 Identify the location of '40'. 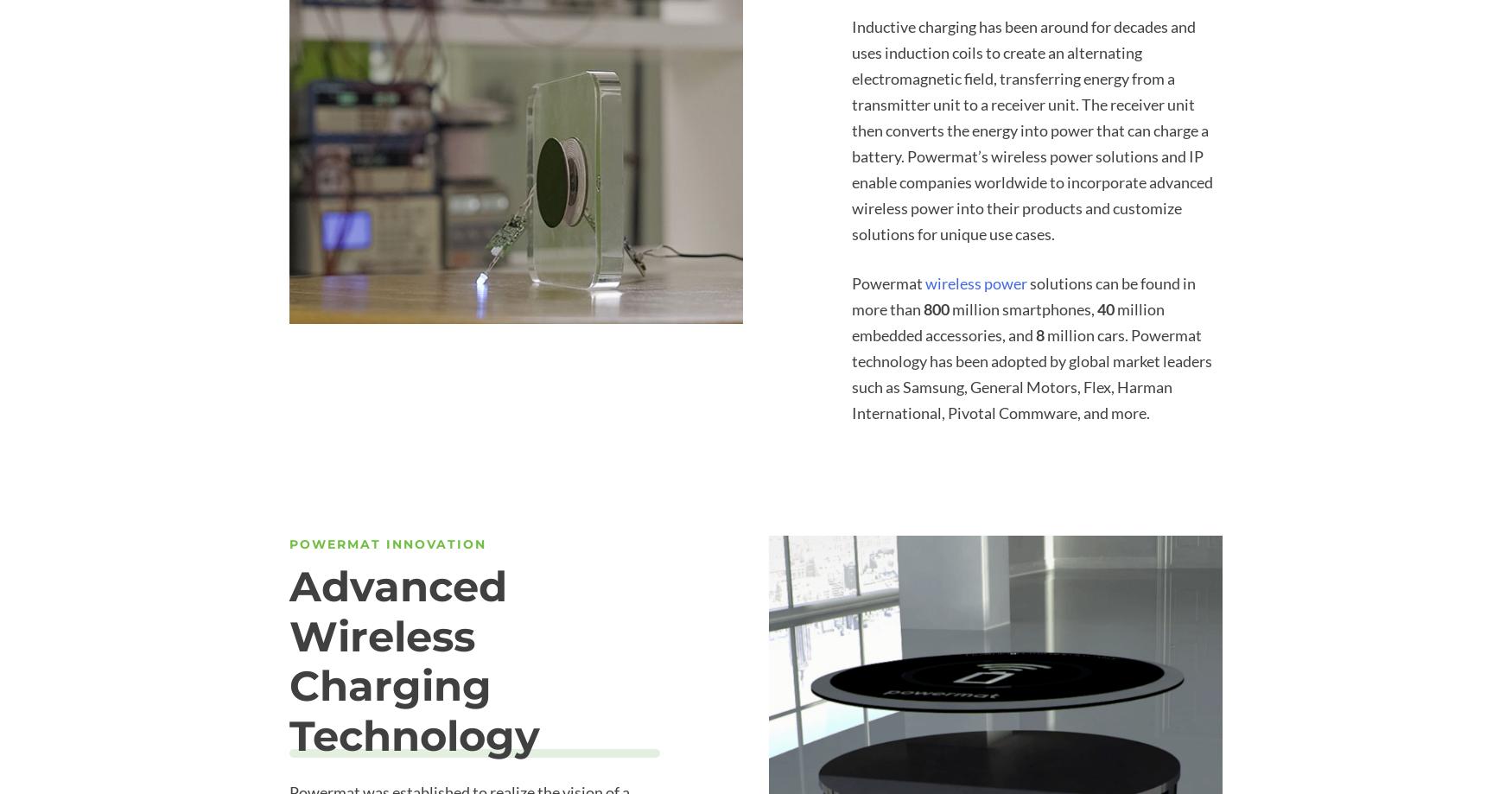
(1104, 308).